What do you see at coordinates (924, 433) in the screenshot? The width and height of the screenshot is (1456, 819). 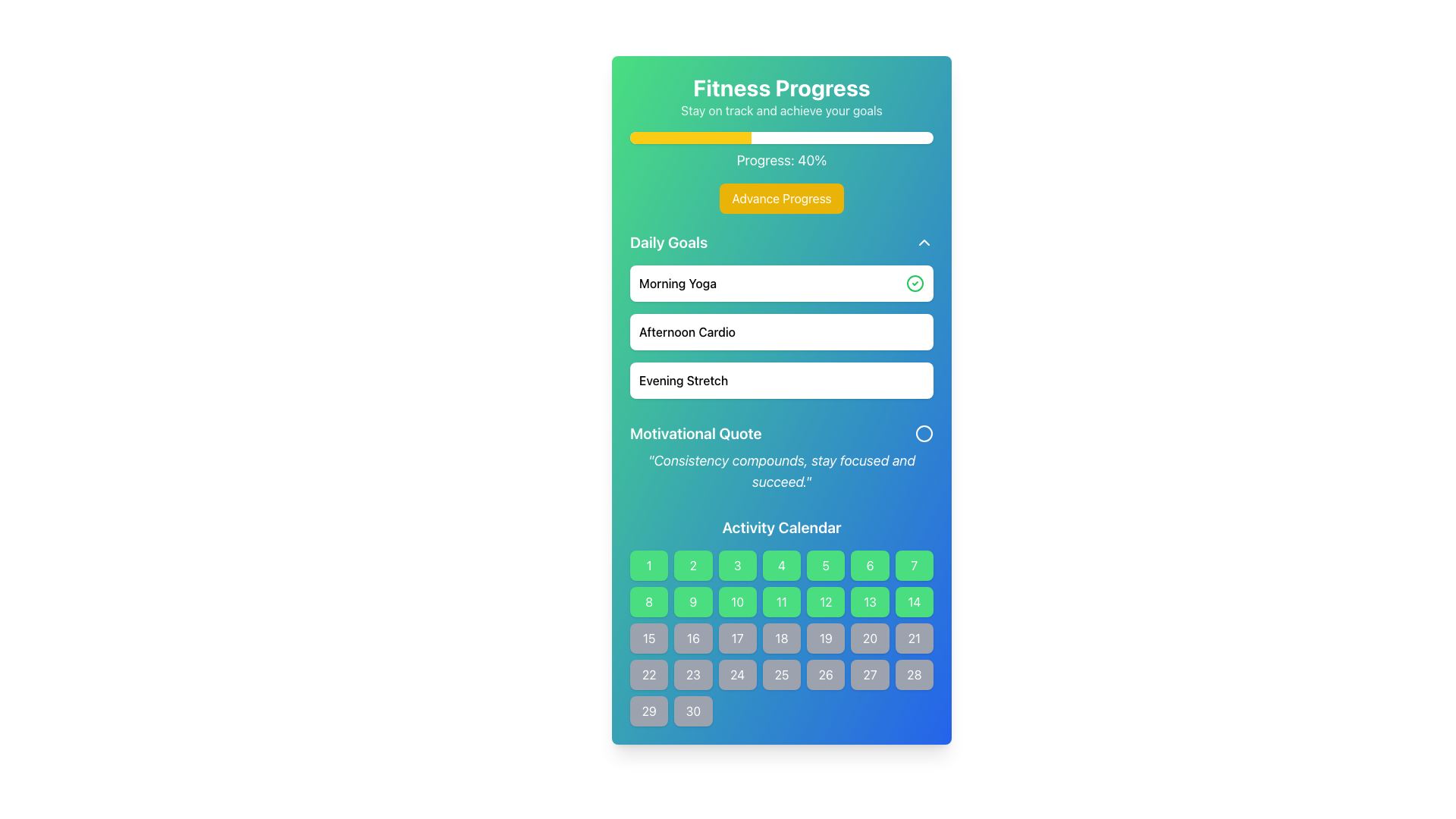 I see `the circular icon with a white stroke located to the right of the 'Motivational Quote' text` at bounding box center [924, 433].